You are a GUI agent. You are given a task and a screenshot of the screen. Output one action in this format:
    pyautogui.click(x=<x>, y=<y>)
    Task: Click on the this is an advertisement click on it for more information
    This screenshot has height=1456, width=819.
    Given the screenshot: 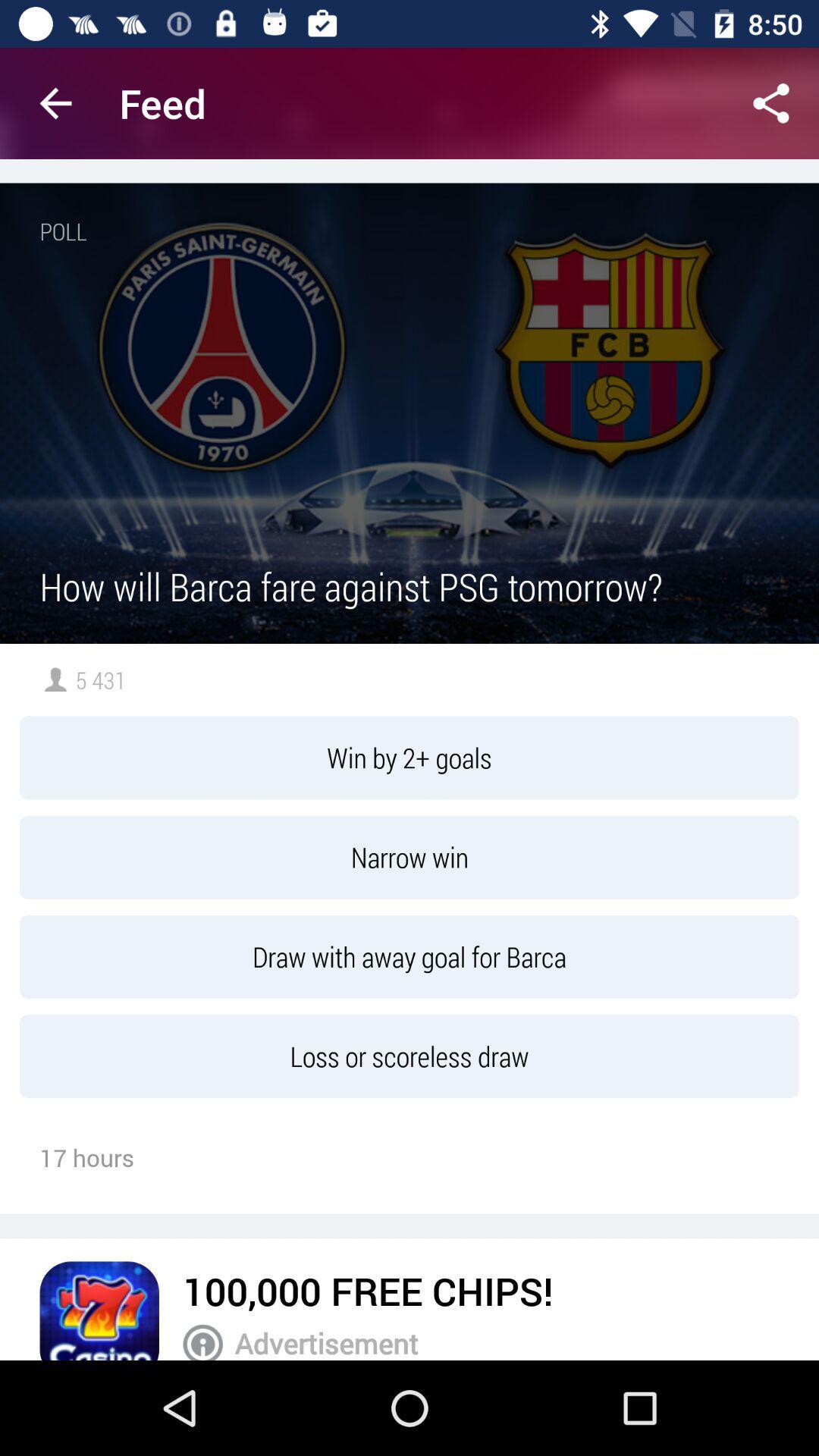 What is the action you would take?
    pyautogui.click(x=202, y=1342)
    